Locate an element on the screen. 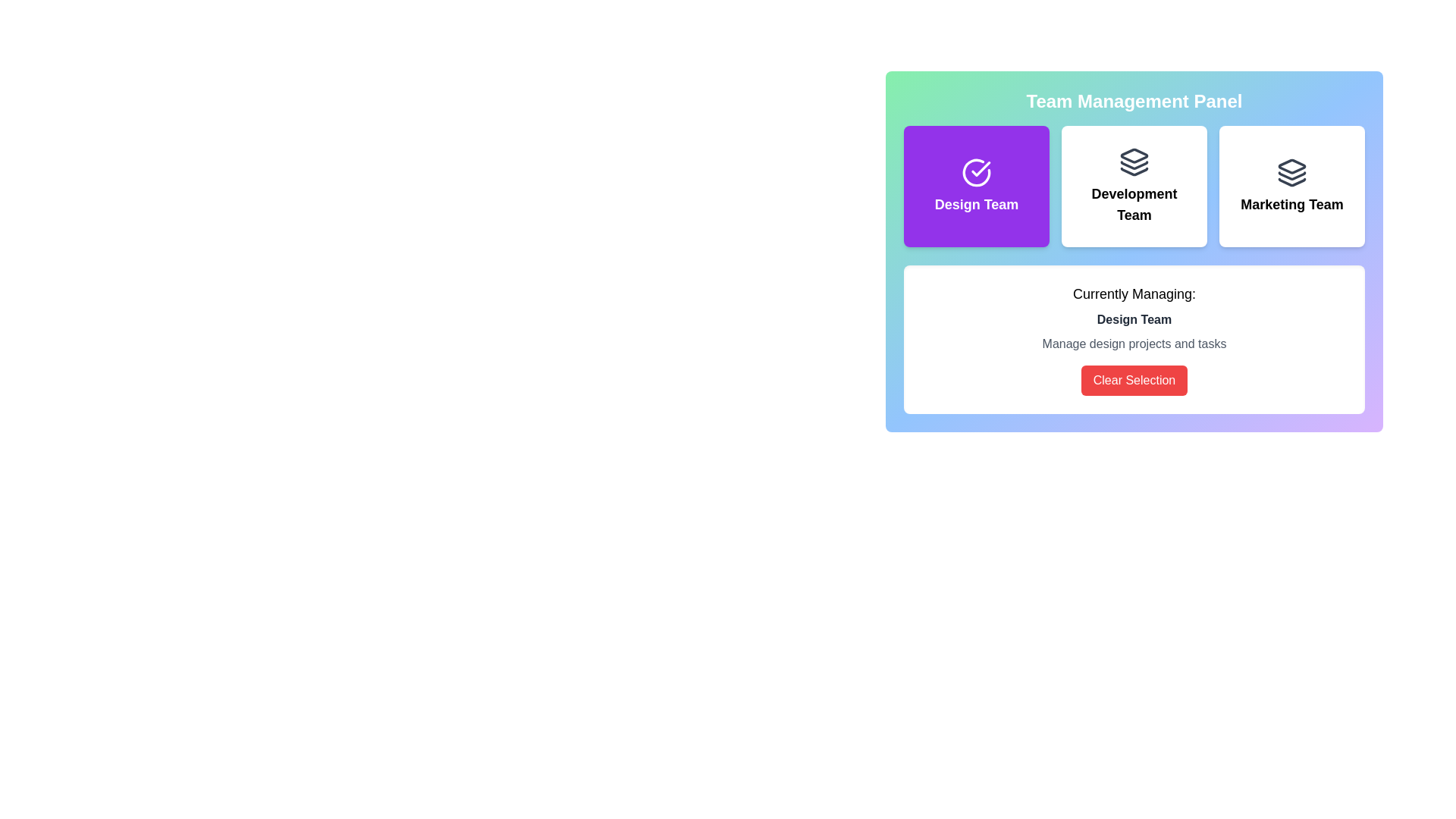  text of the label element that displays 'Currently Managing:' in bold black font, located above the 'Design Team' text and the 'Clear Selection' button is located at coordinates (1134, 294).